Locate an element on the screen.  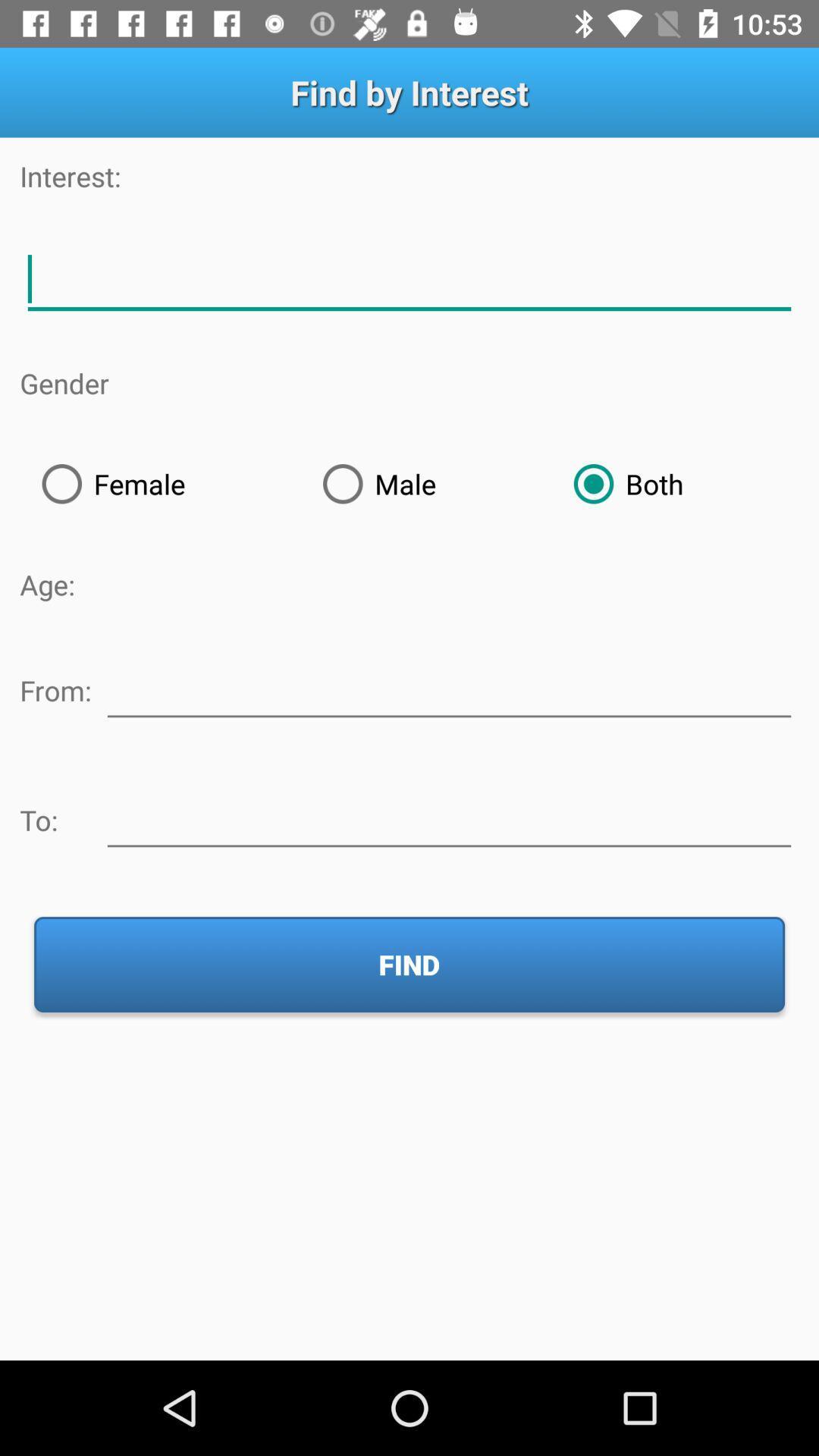
radio button next to the male radio button is located at coordinates (160, 483).